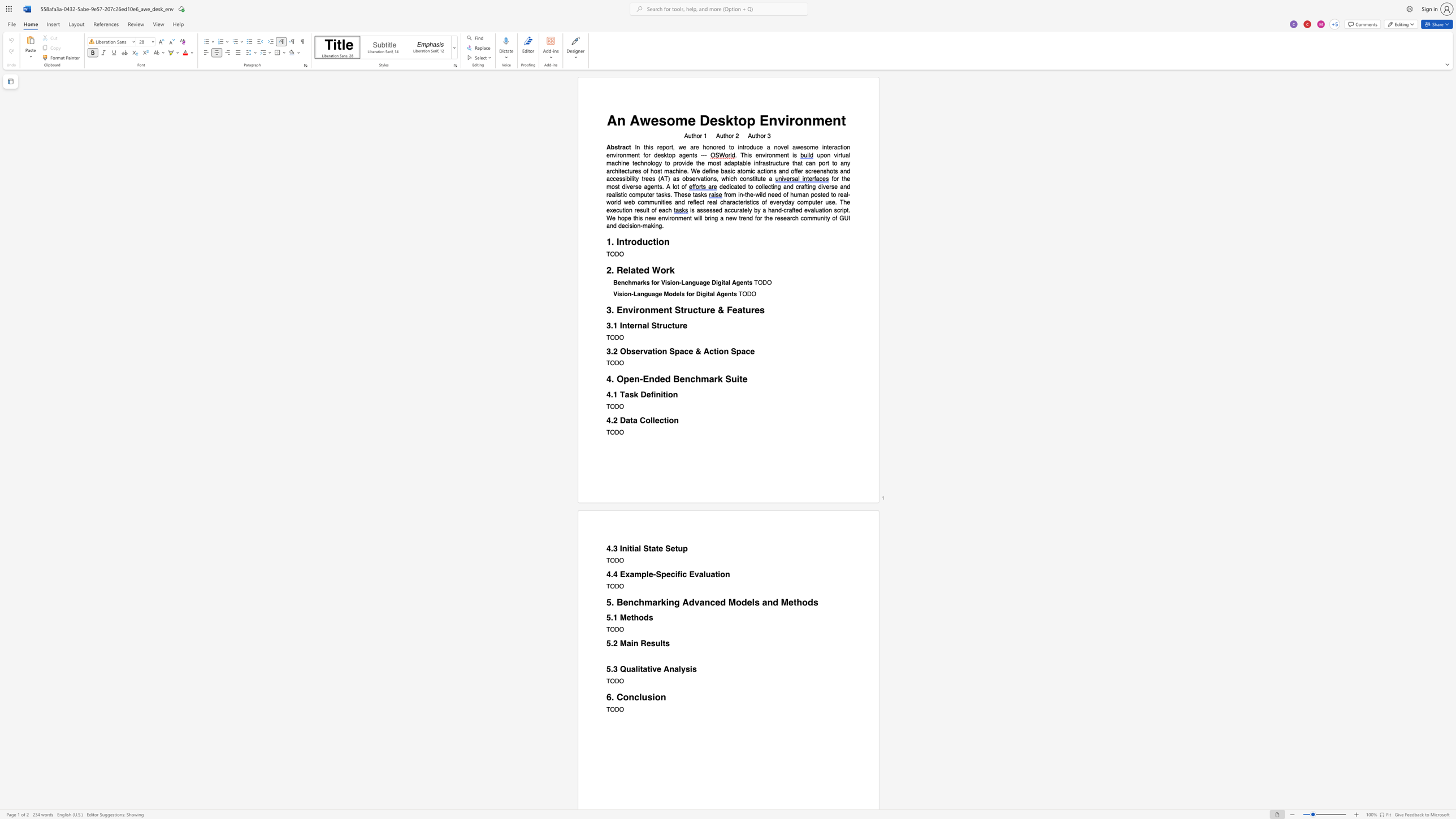 Image resolution: width=1456 pixels, height=819 pixels. I want to click on the subset text "rnal Struc" within the text "3.1 Internal Structure", so click(634, 325).